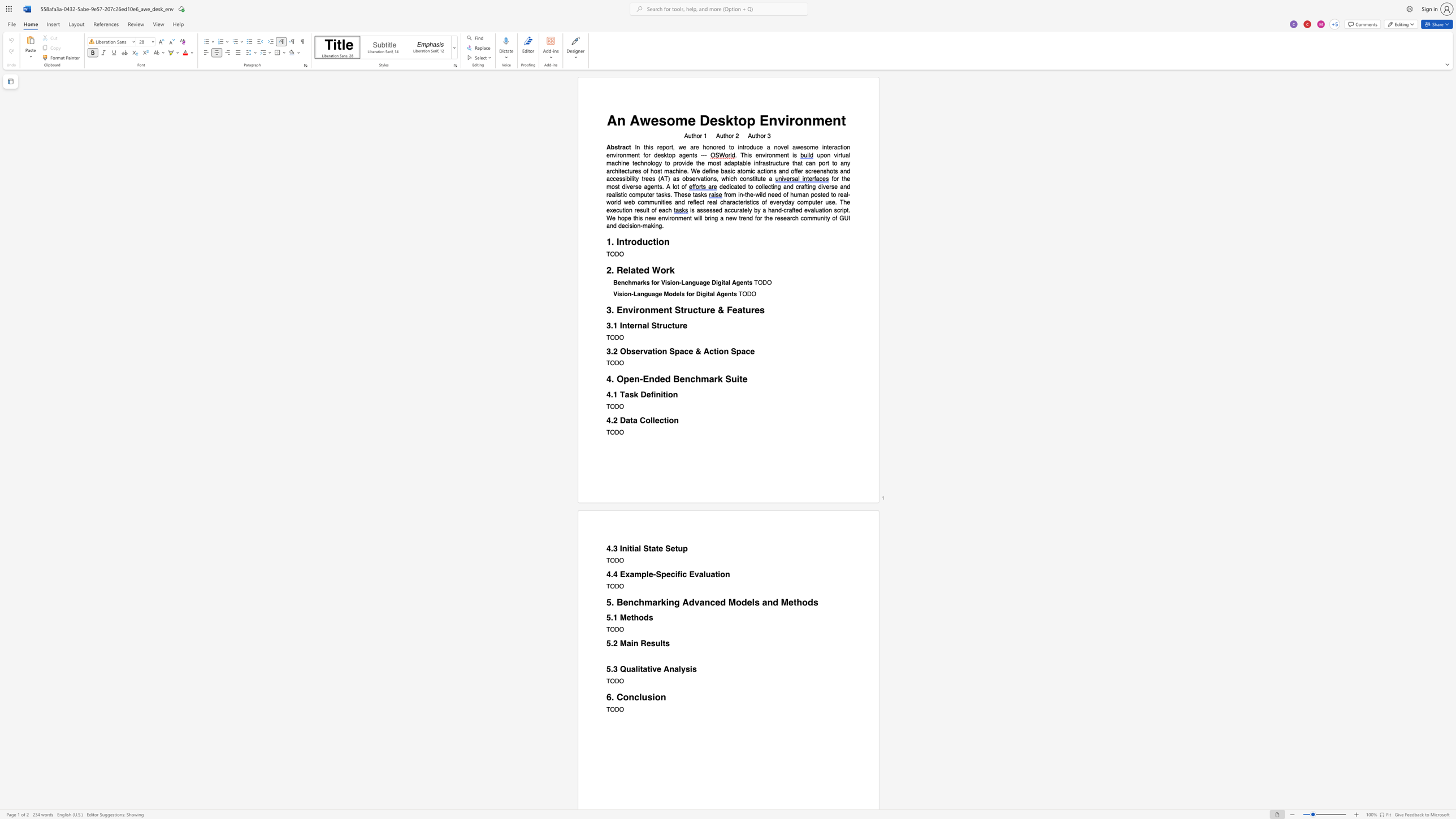 Image resolution: width=1456 pixels, height=819 pixels. I want to click on the subset text "rnal Struc" within the text "3.1 Internal Structure", so click(634, 325).